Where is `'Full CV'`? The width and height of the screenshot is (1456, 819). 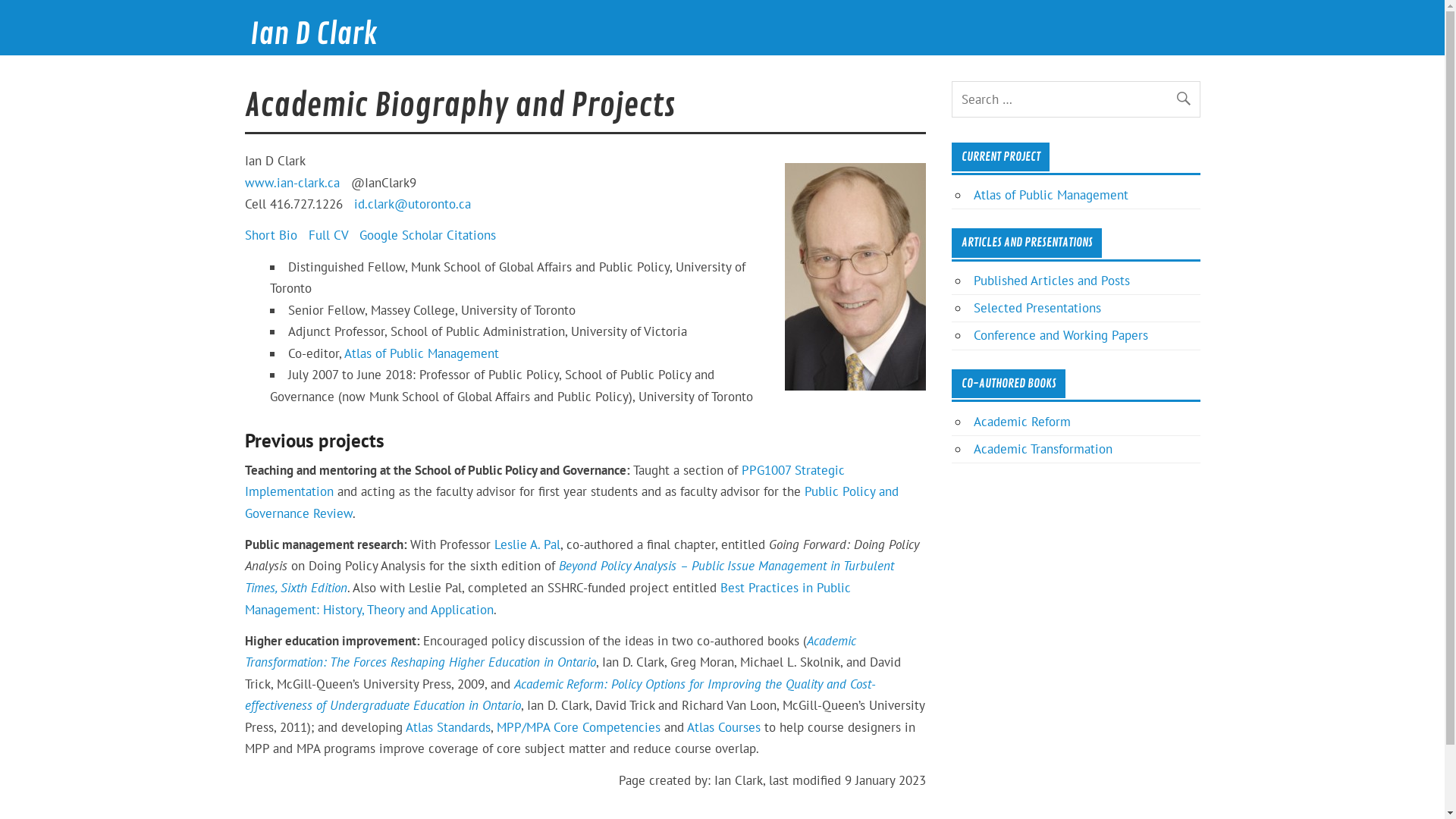 'Full CV' is located at coordinates (327, 234).